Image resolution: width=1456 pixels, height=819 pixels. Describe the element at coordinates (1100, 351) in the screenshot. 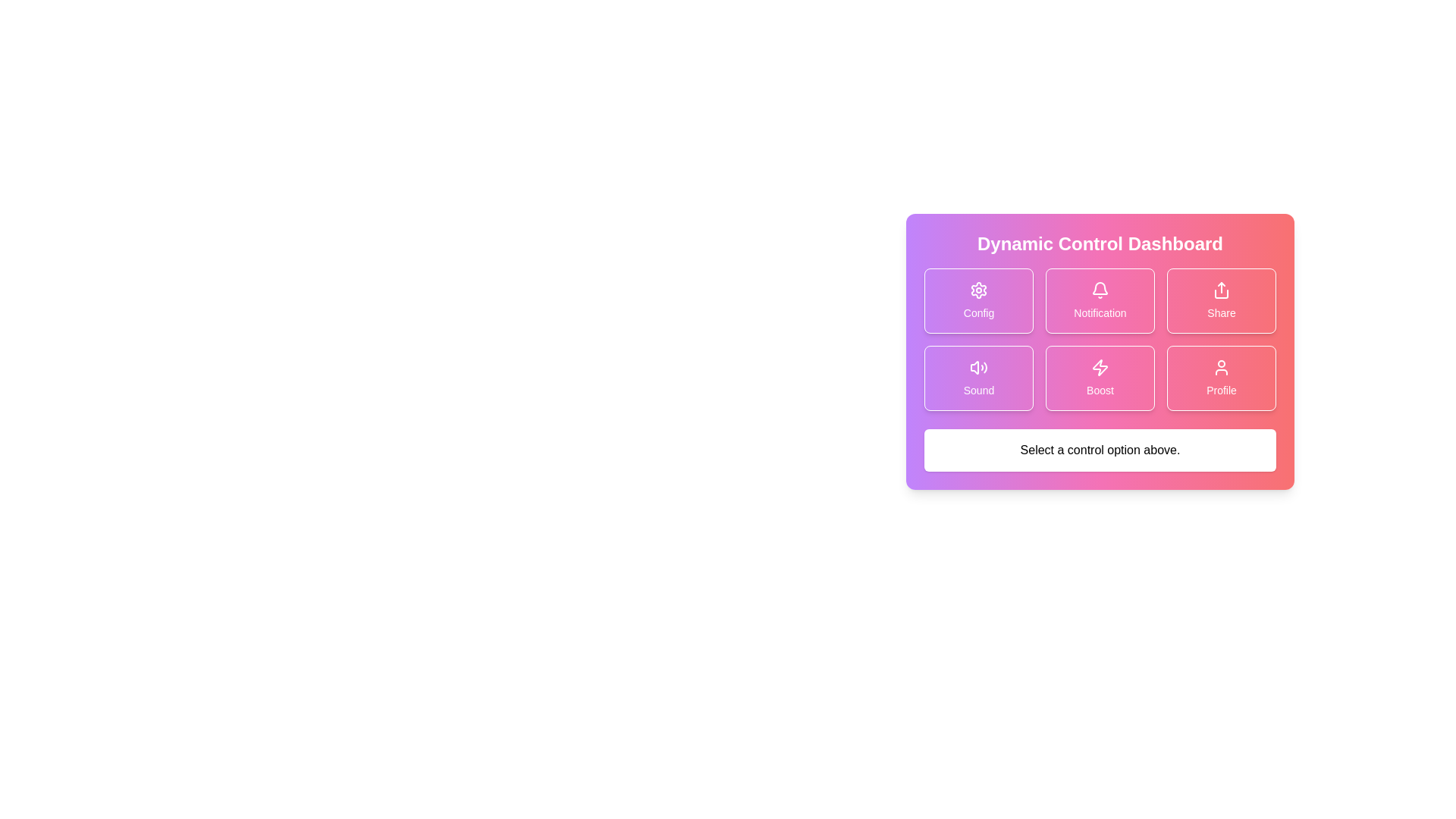

I see `the centrally located control dashboard interface that contains various functional buttons` at that location.